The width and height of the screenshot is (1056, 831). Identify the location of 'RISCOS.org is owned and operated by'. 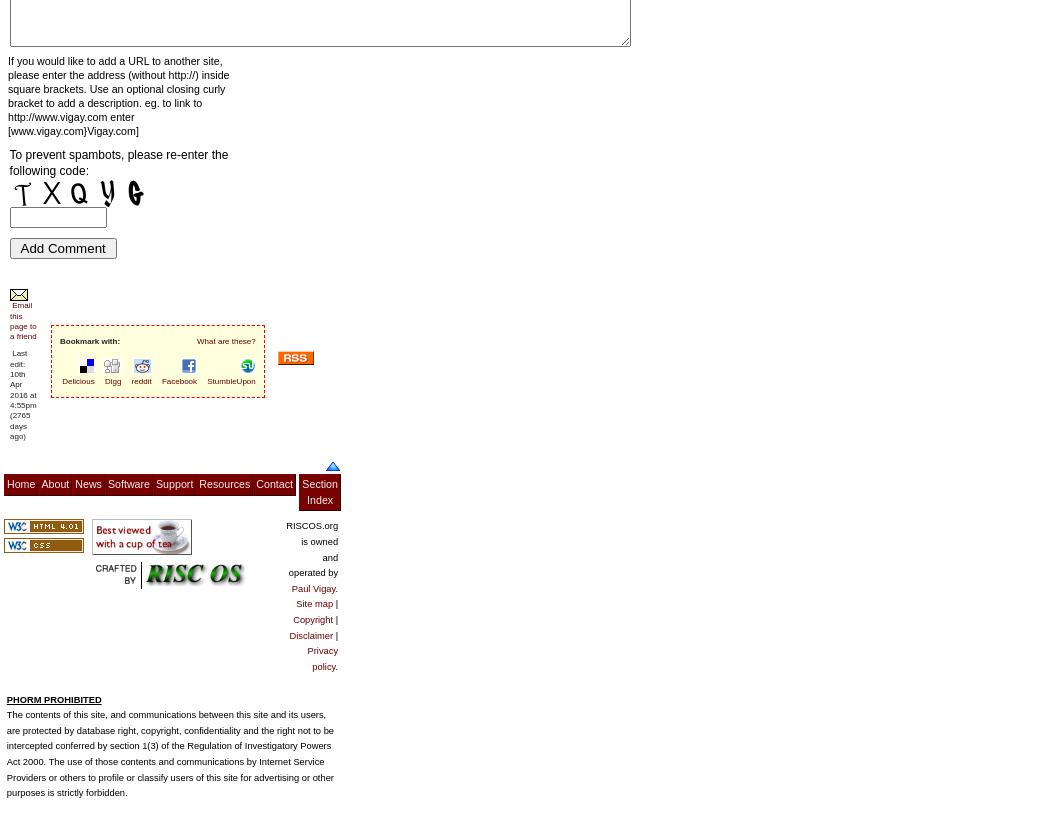
(312, 548).